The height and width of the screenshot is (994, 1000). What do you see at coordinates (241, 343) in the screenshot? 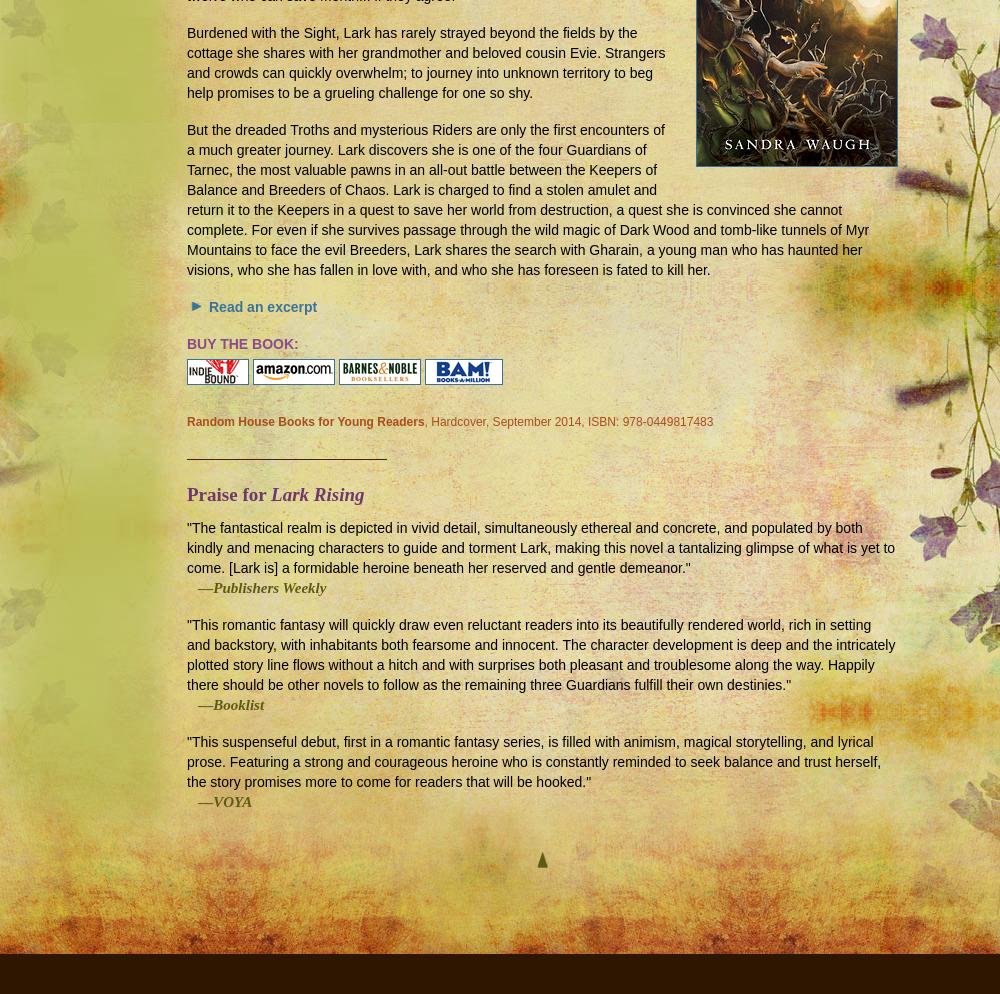
I see `'BUY THE BOOK:'` at bounding box center [241, 343].